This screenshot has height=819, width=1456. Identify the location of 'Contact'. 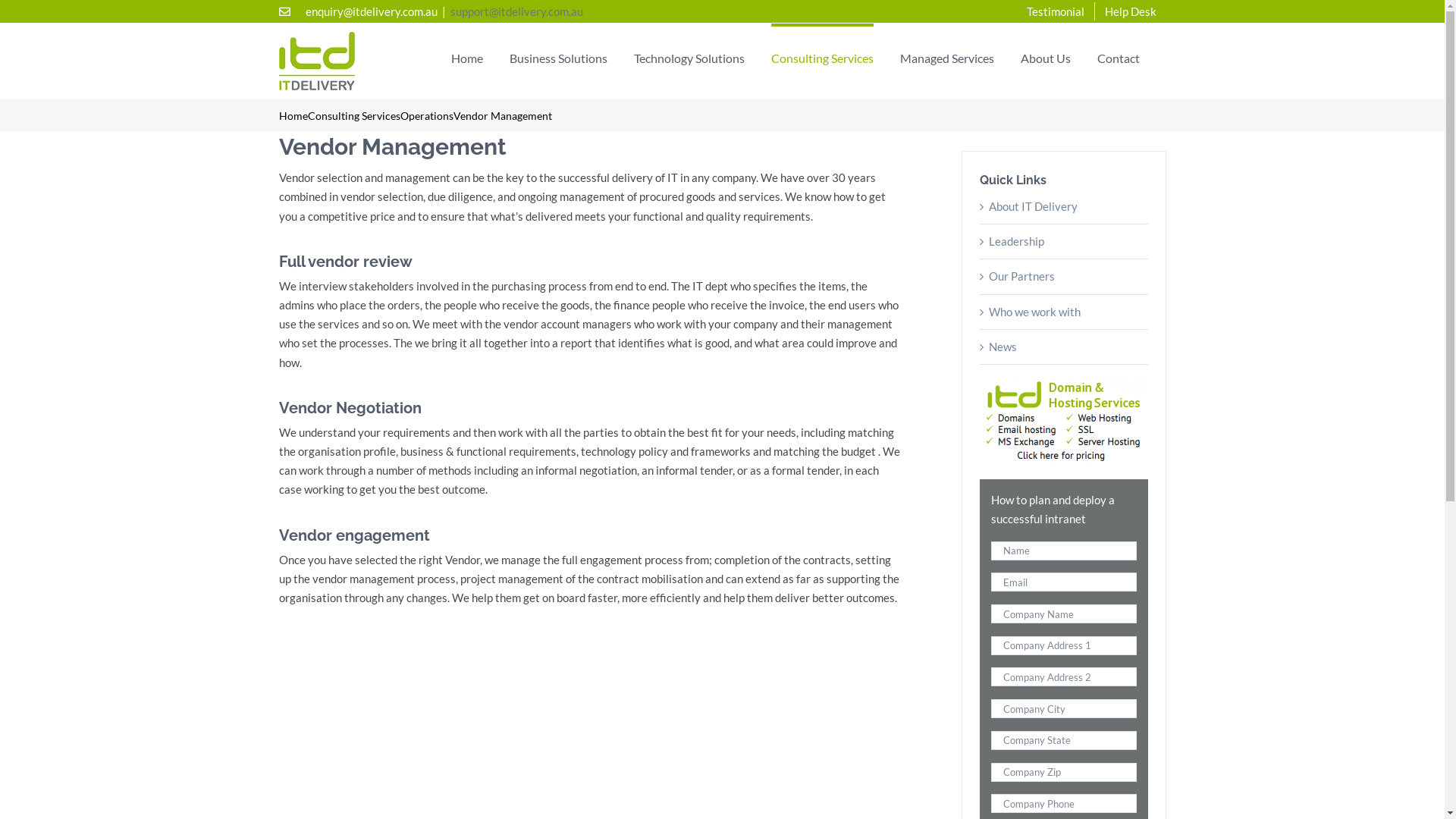
(1117, 55).